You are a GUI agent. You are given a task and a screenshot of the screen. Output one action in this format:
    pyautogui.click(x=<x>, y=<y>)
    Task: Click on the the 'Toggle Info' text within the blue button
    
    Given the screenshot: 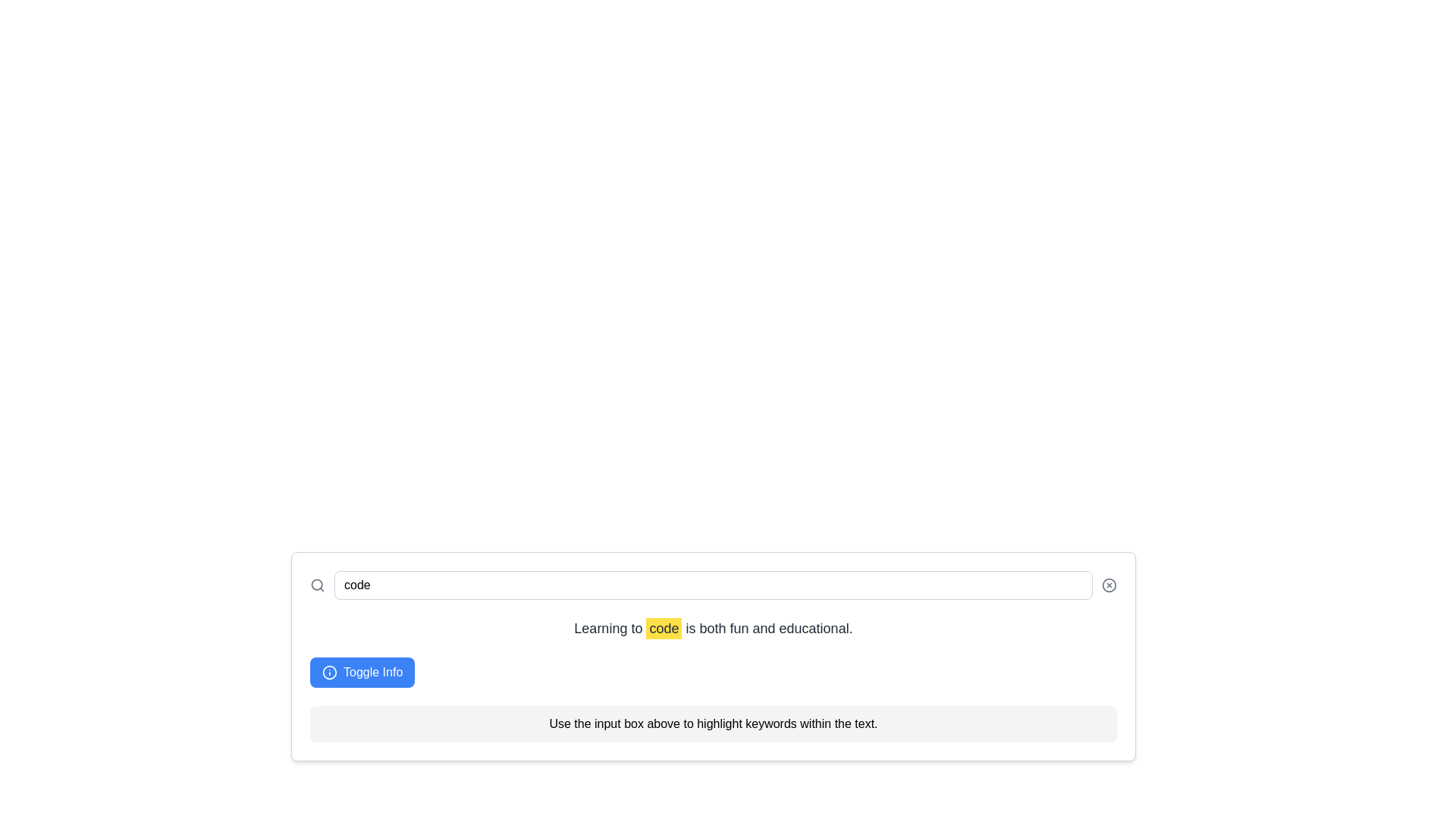 What is the action you would take?
    pyautogui.click(x=373, y=672)
    